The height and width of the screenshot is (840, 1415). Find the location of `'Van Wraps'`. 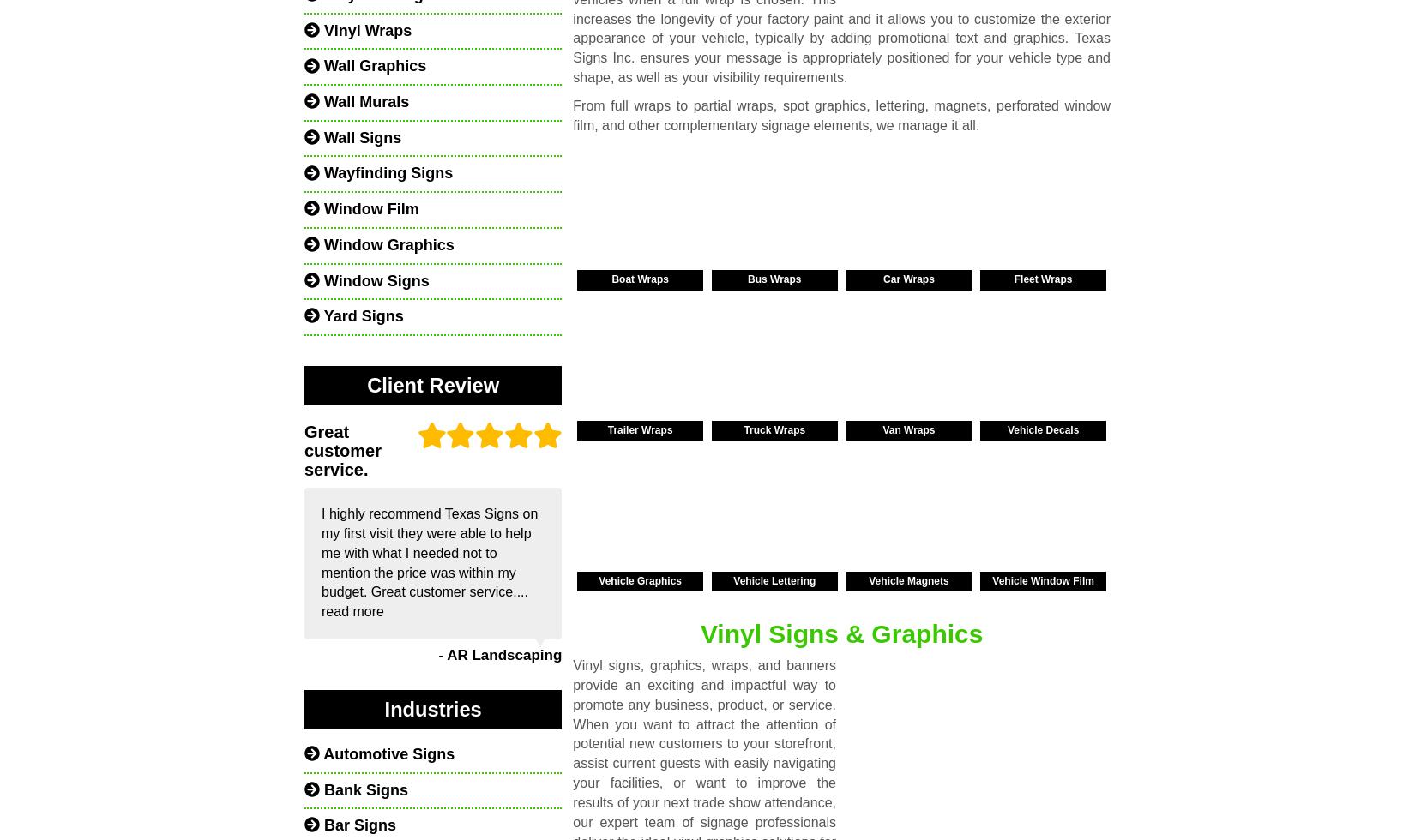

'Van Wraps' is located at coordinates (882, 429).